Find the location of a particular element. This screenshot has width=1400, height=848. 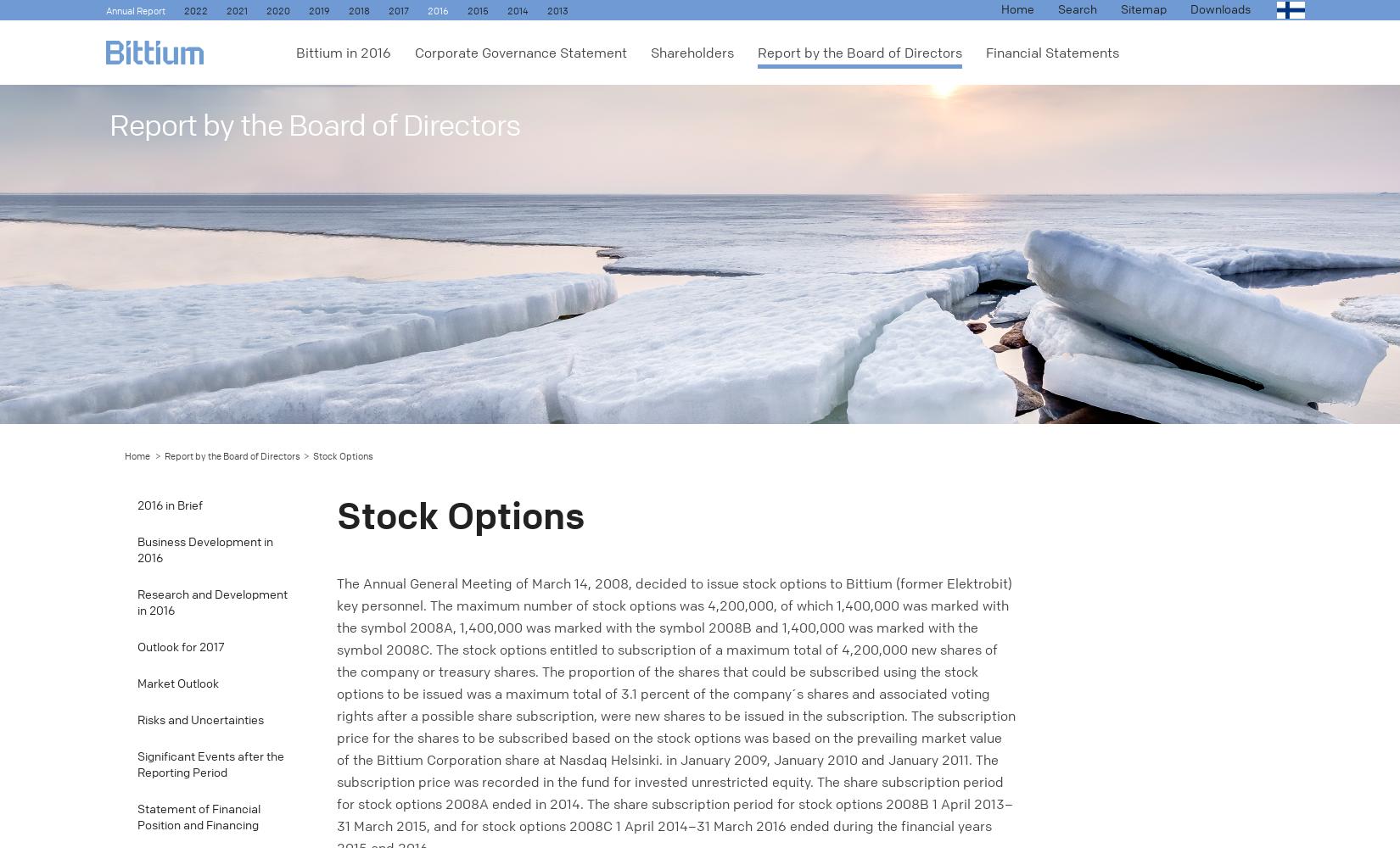

'Business Development in 2016' is located at coordinates (204, 550).